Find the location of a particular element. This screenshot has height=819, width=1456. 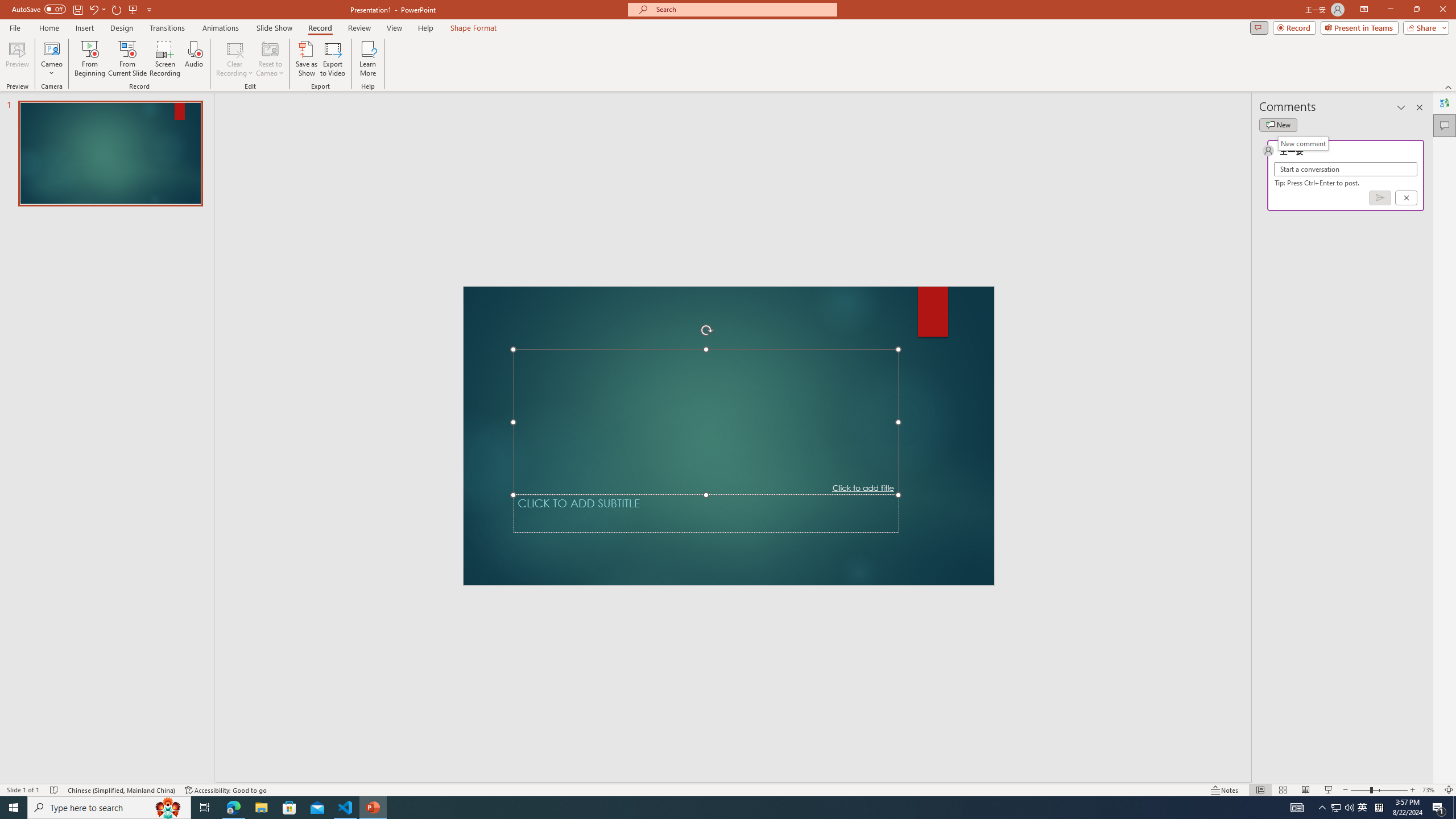

'New comment' is located at coordinates (1302, 143).